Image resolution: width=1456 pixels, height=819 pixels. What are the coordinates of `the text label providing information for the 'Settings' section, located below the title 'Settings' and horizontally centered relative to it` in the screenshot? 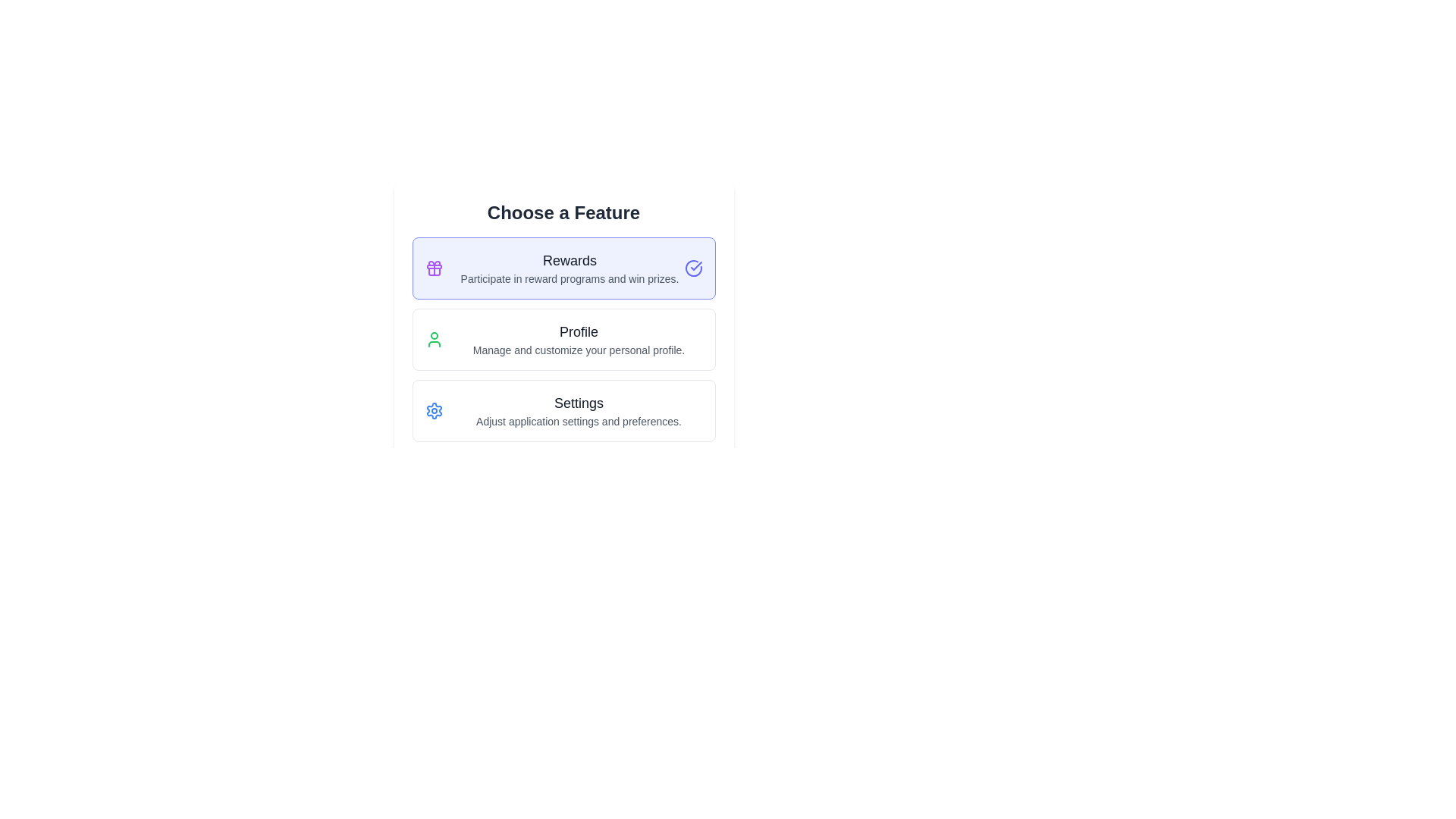 It's located at (578, 421).